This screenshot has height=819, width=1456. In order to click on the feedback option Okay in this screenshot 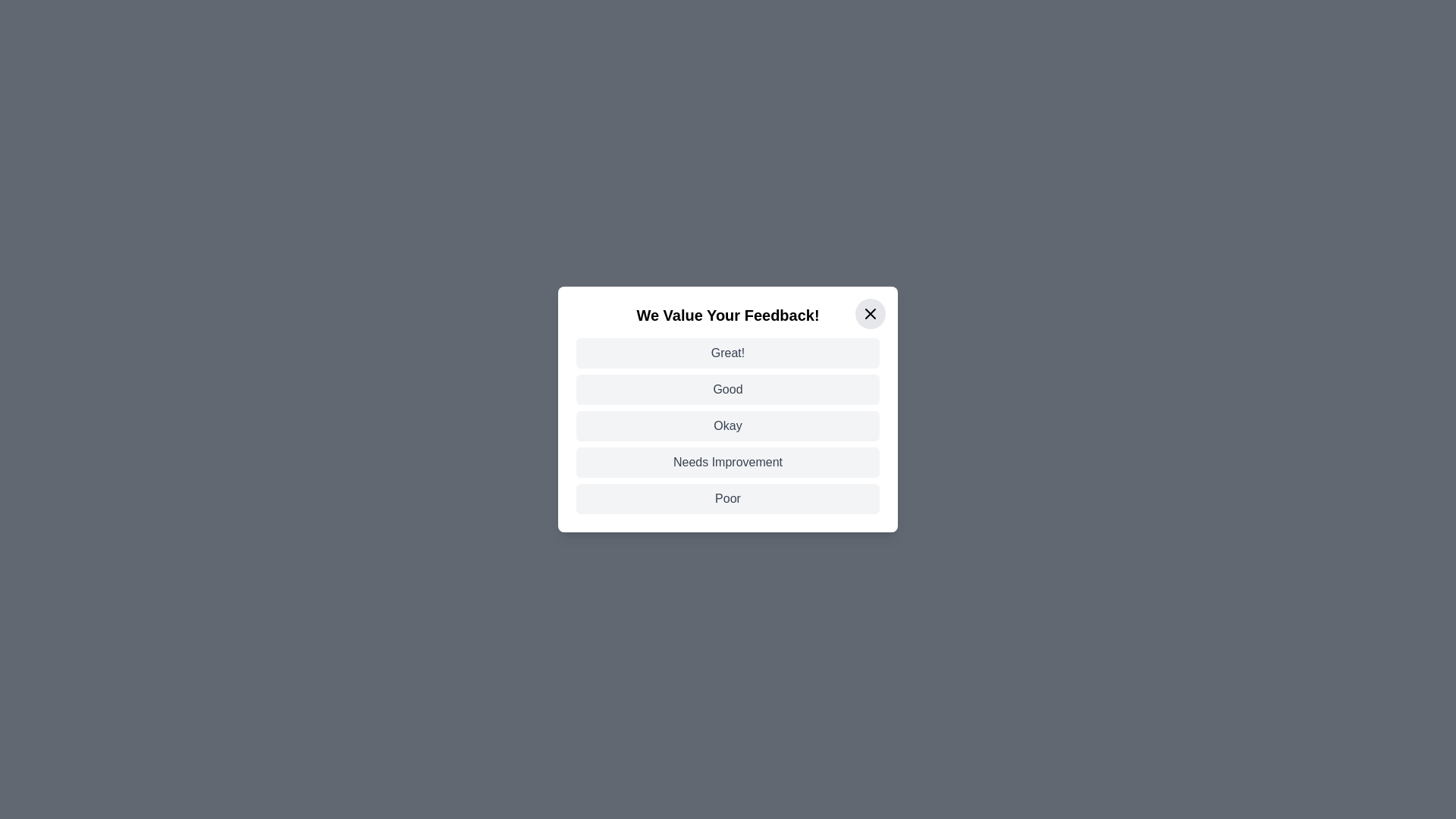, I will do `click(728, 426)`.